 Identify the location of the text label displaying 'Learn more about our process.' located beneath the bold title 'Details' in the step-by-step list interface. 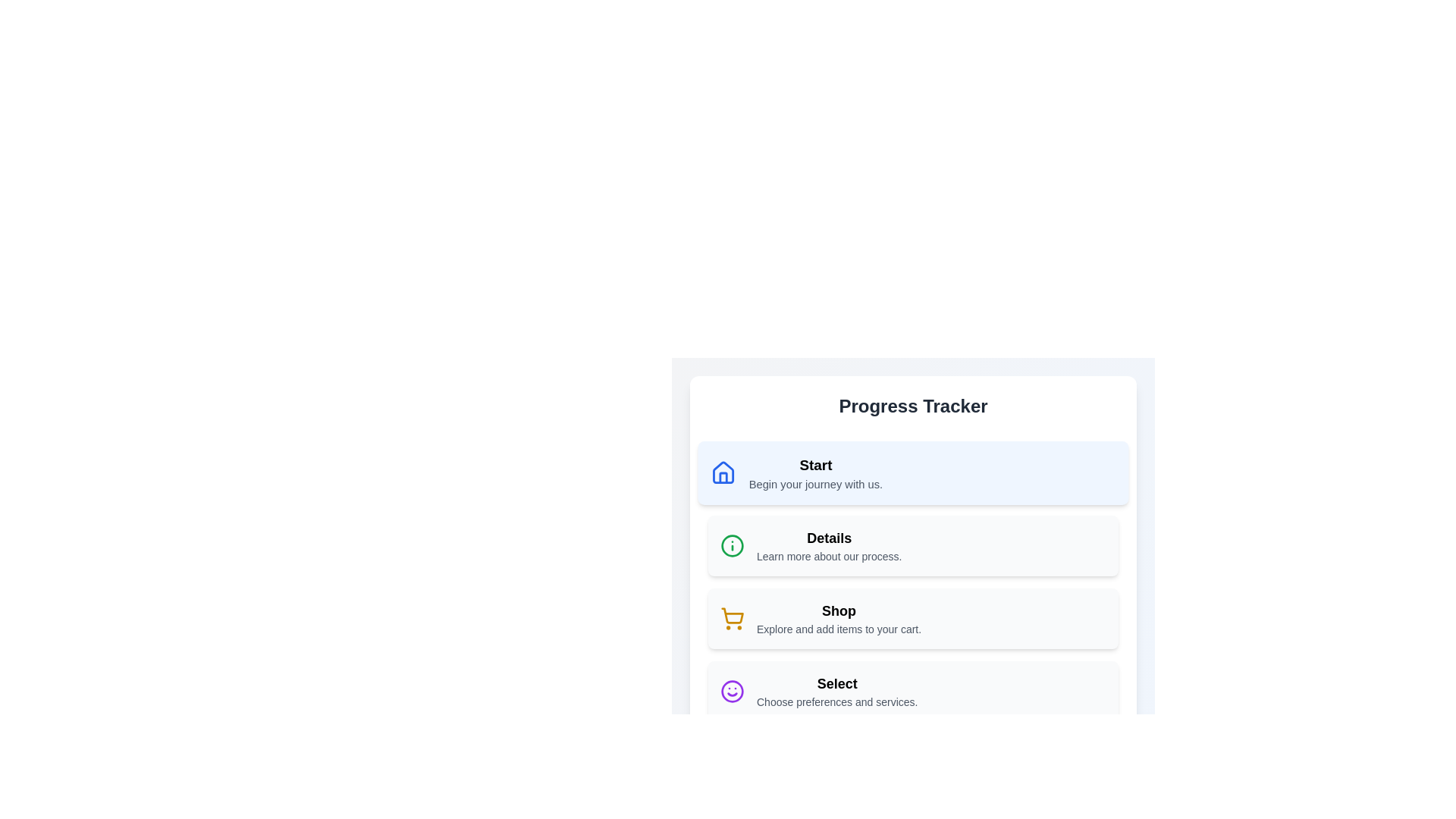
(828, 556).